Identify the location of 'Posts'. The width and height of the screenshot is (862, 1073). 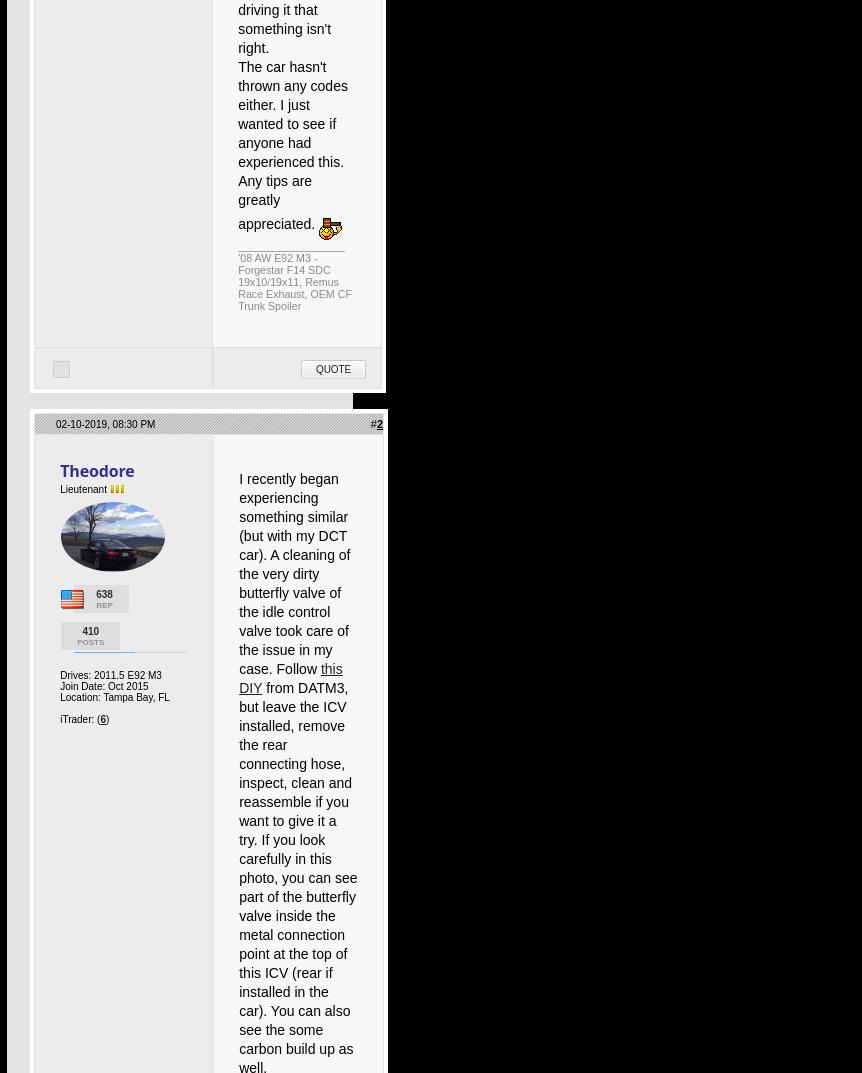
(89, 641).